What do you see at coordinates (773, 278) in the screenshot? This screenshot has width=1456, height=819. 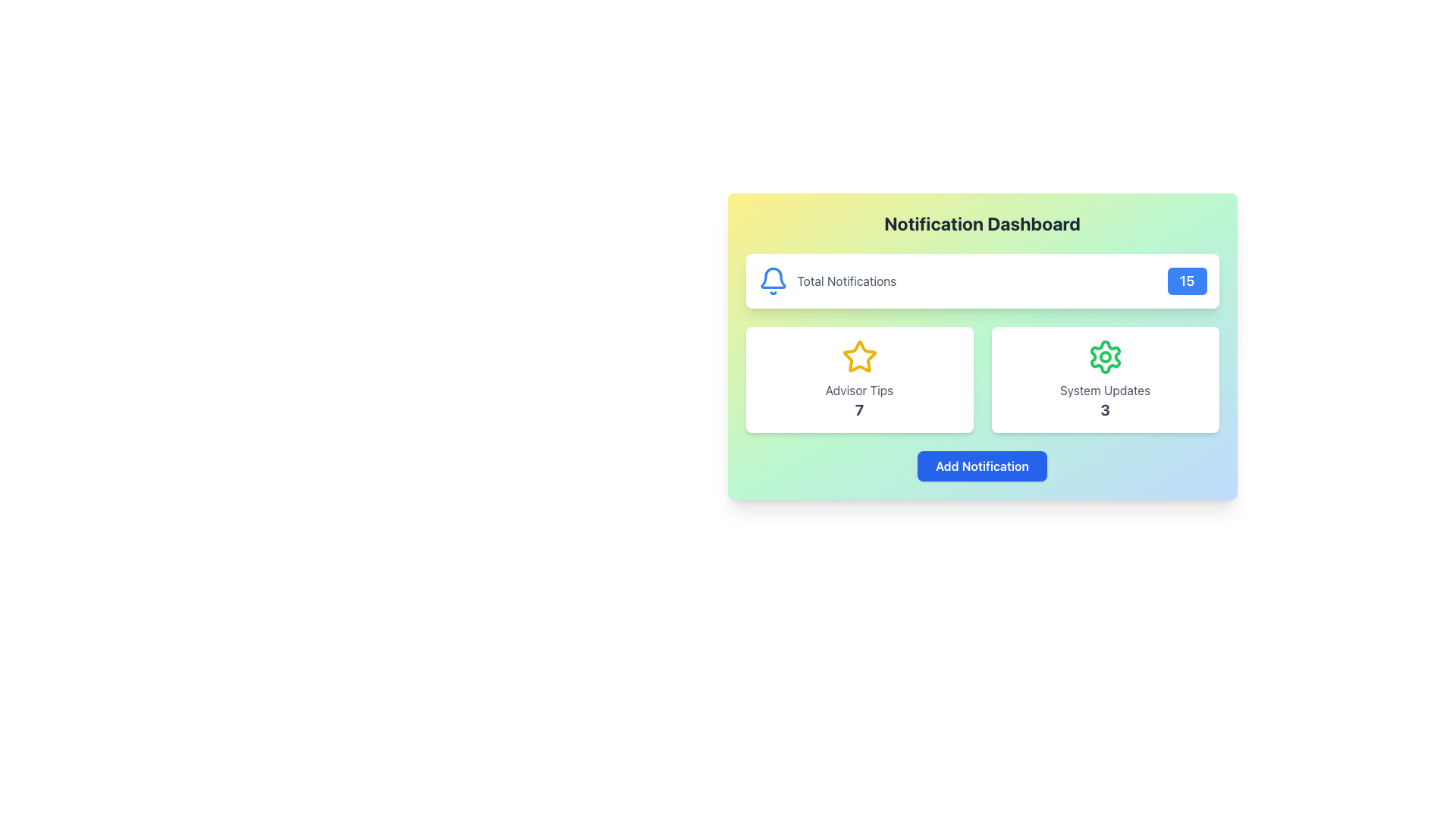 I see `the notification icon represented by a bell located on the left side of the 'Total Notifications' section header in the notification dashboard` at bounding box center [773, 278].